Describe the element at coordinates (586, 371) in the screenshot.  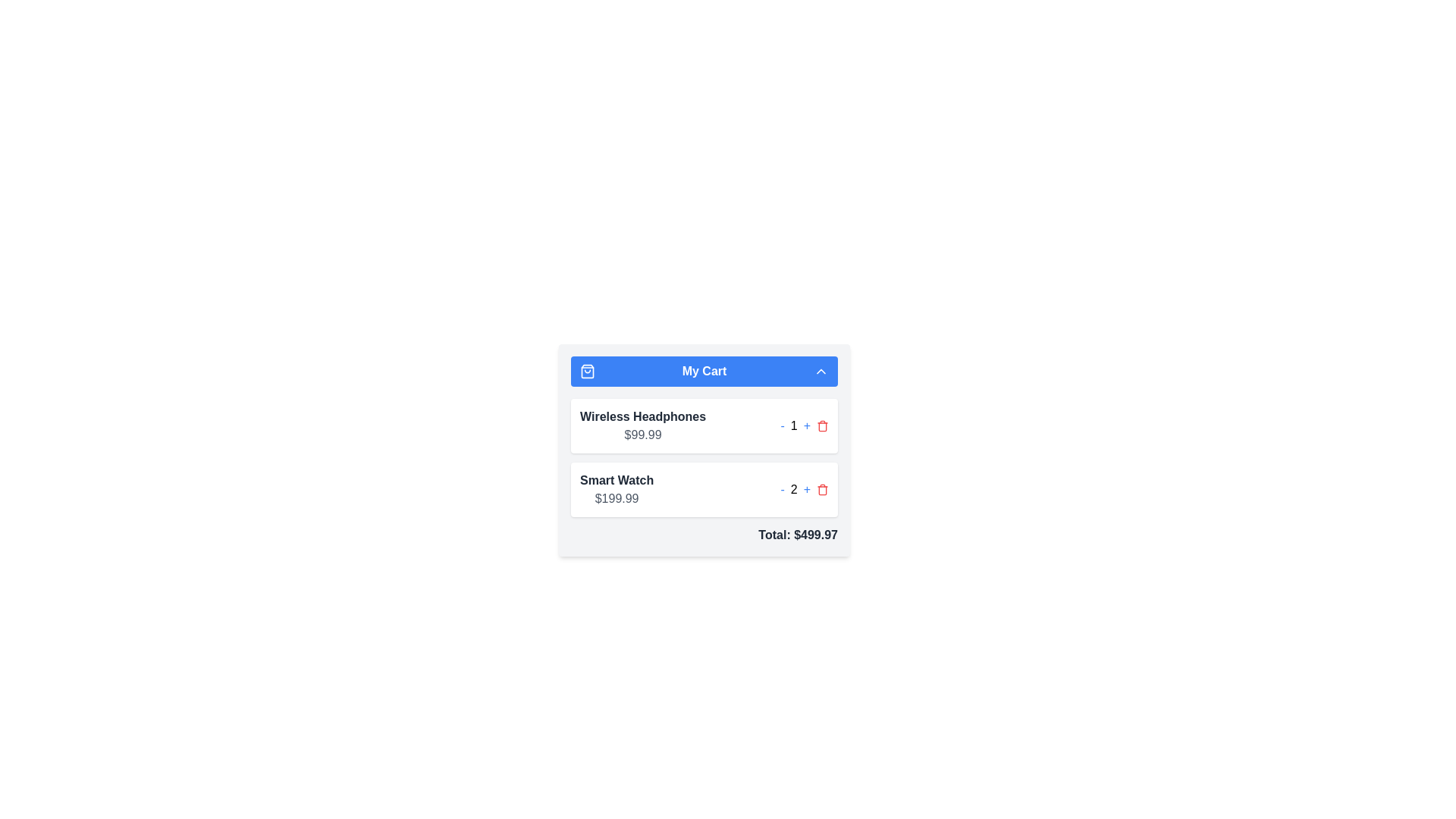
I see `the minimalistic shopping bag icon located in the blue title bar of the 'My Cart' section, positioned to the left of the text 'My Cart'` at that location.